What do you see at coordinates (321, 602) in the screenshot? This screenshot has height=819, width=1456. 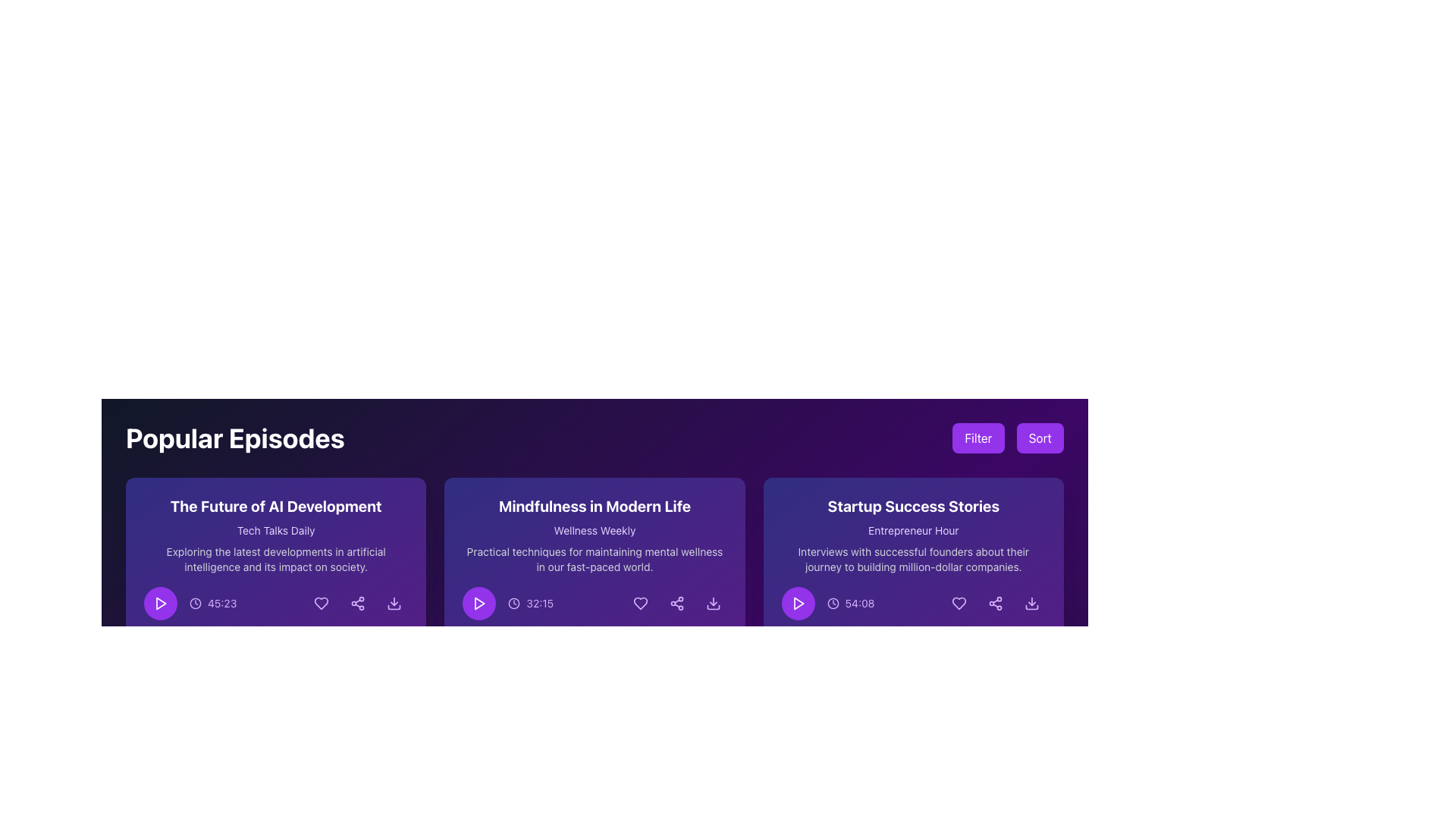 I see `the heart-shaped icon button styled in light purple, located within a darker purple circular button, below 'The Future of AI Development' section in the first card of the horizontal list` at bounding box center [321, 602].